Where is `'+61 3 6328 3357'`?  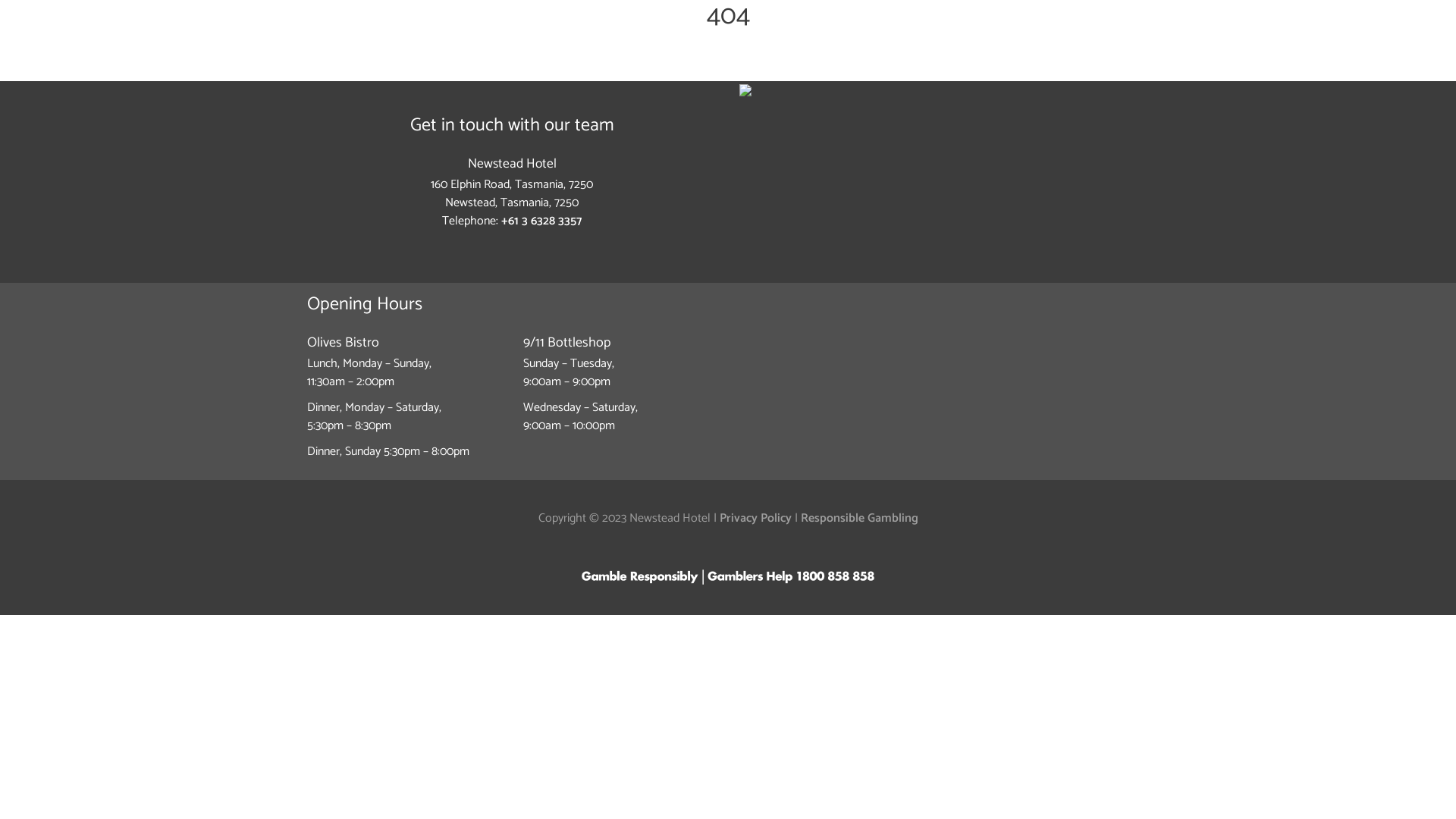
'+61 3 6328 3357' is located at coordinates (501, 221).